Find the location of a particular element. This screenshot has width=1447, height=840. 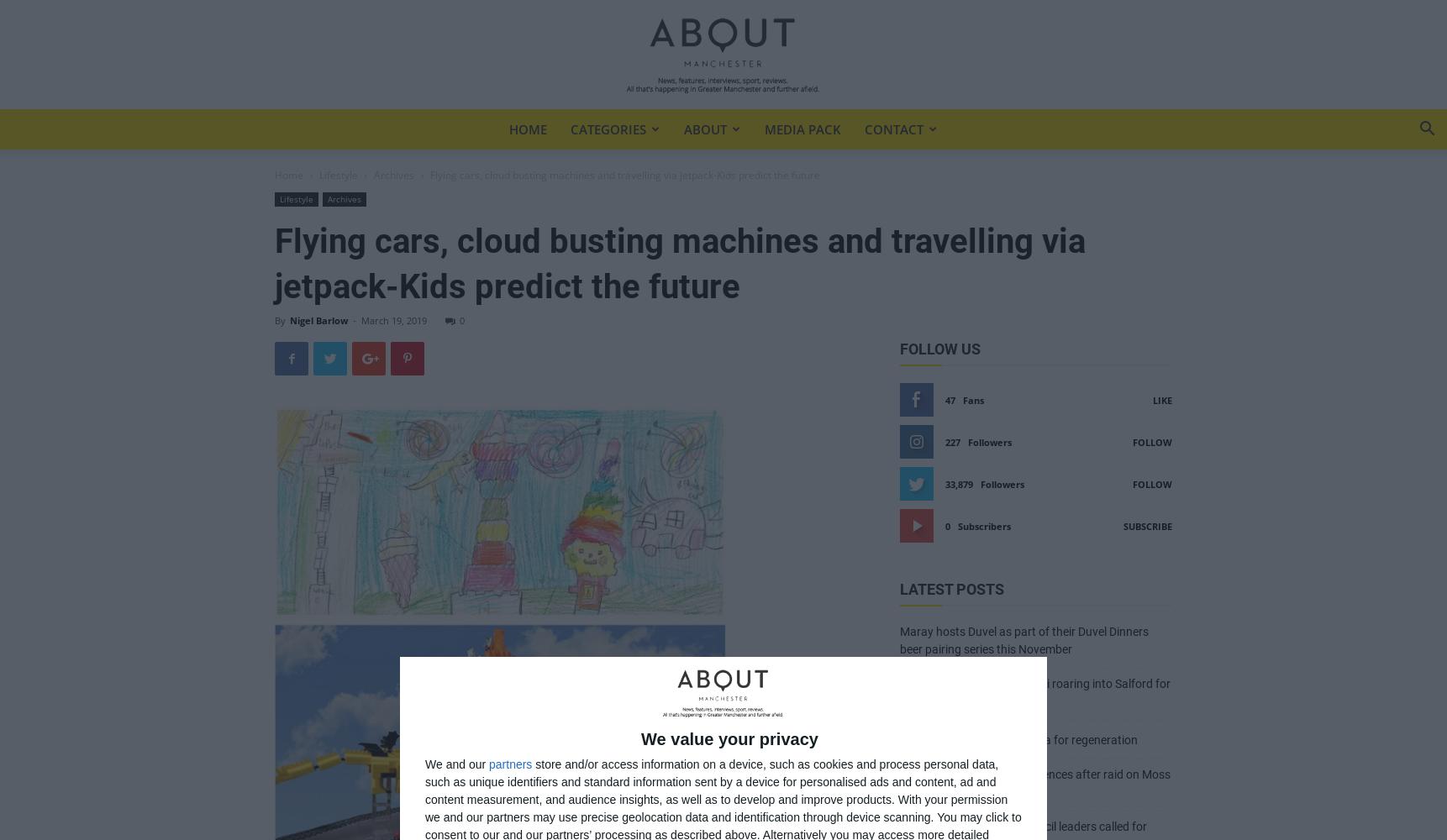

'By' is located at coordinates (279, 320).